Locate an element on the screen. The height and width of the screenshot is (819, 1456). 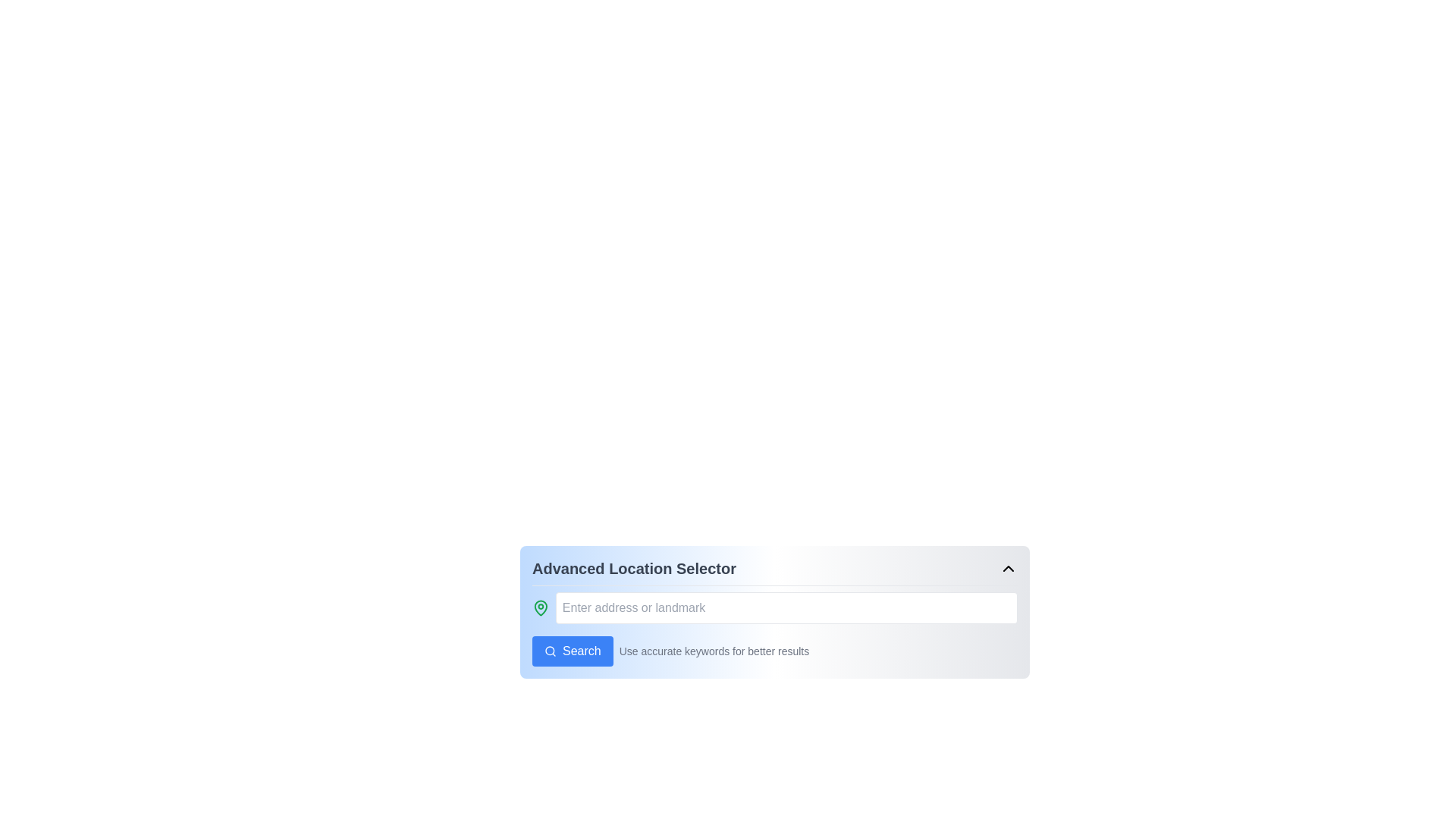
the static text label indicating the action of searching, located inside a blue call-to-action button at the bottom-left corner of an input box is located at coordinates (581, 651).